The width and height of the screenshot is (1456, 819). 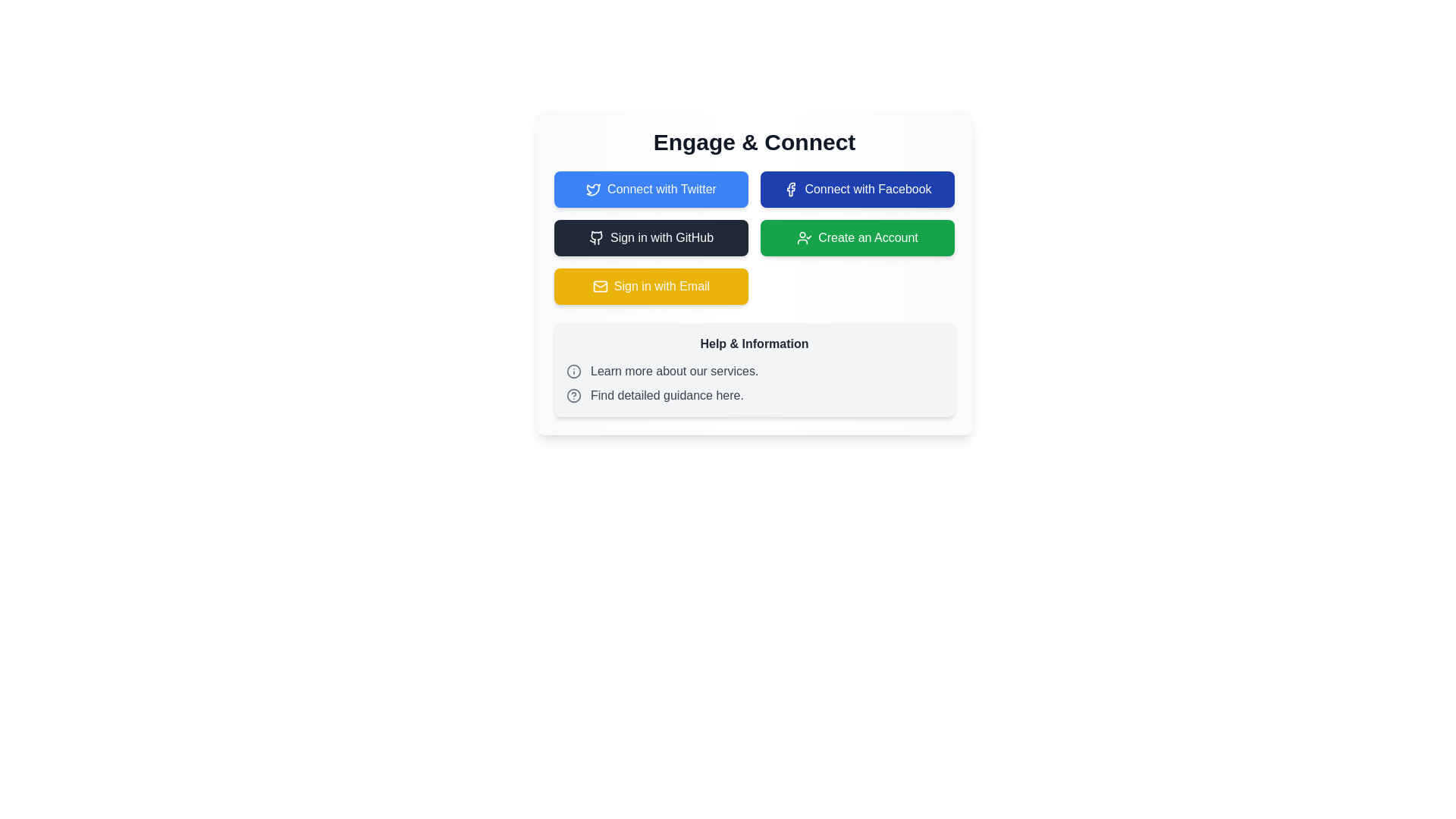 I want to click on the associated visual content of the Decorative shape that forms the background of the envelope icon in the SVG graphic, so click(x=599, y=287).